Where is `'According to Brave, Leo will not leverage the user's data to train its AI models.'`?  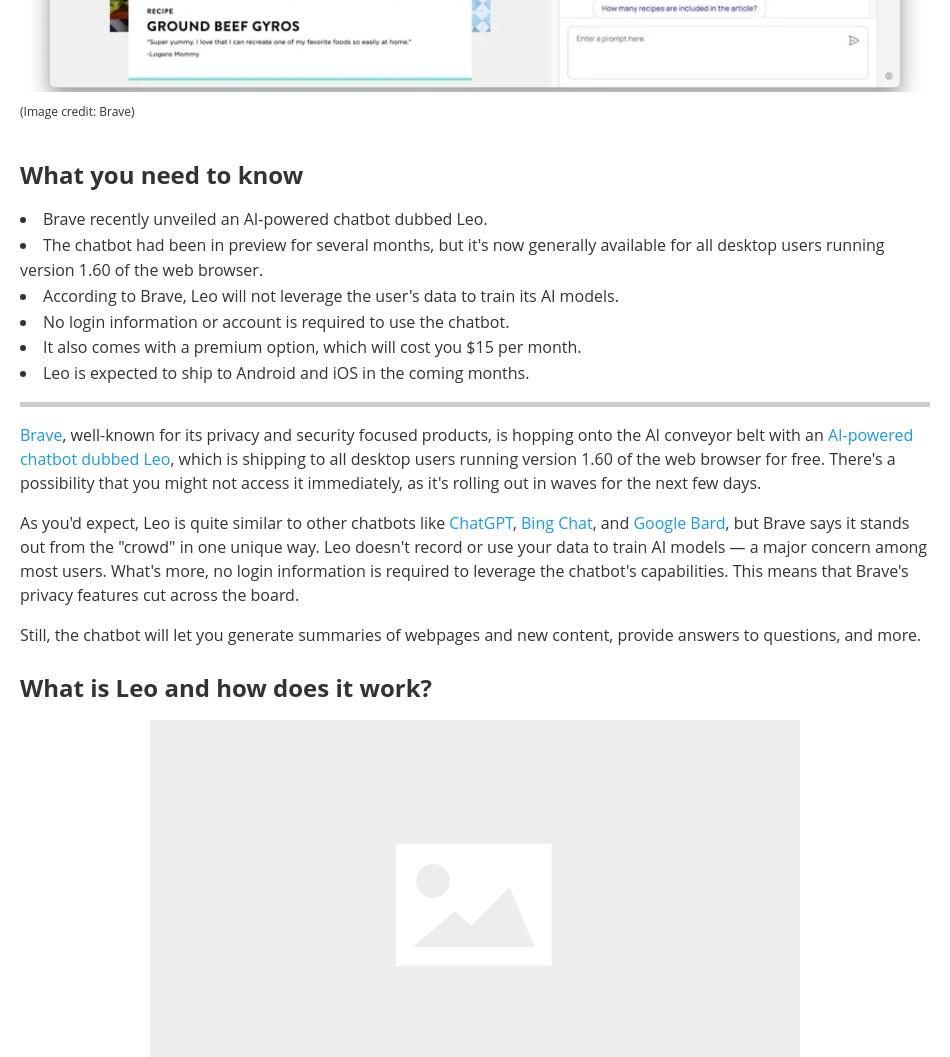
'According to Brave, Leo will not leverage the user's data to train its AI models.' is located at coordinates (329, 294).